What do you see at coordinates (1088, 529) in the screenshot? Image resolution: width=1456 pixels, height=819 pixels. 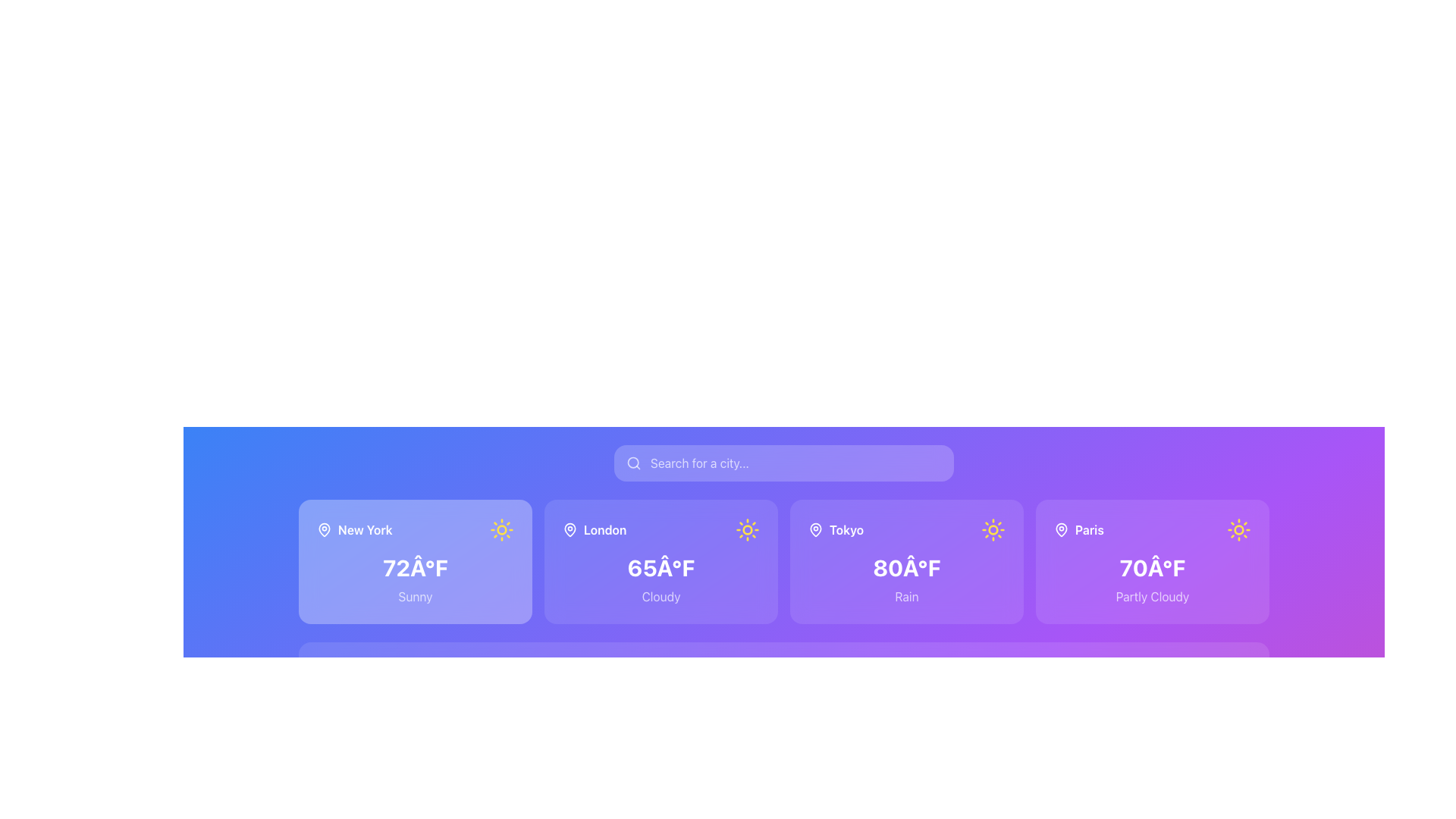 I see `the 'Paris' text label, displayed in white bold font on a purple background` at bounding box center [1088, 529].